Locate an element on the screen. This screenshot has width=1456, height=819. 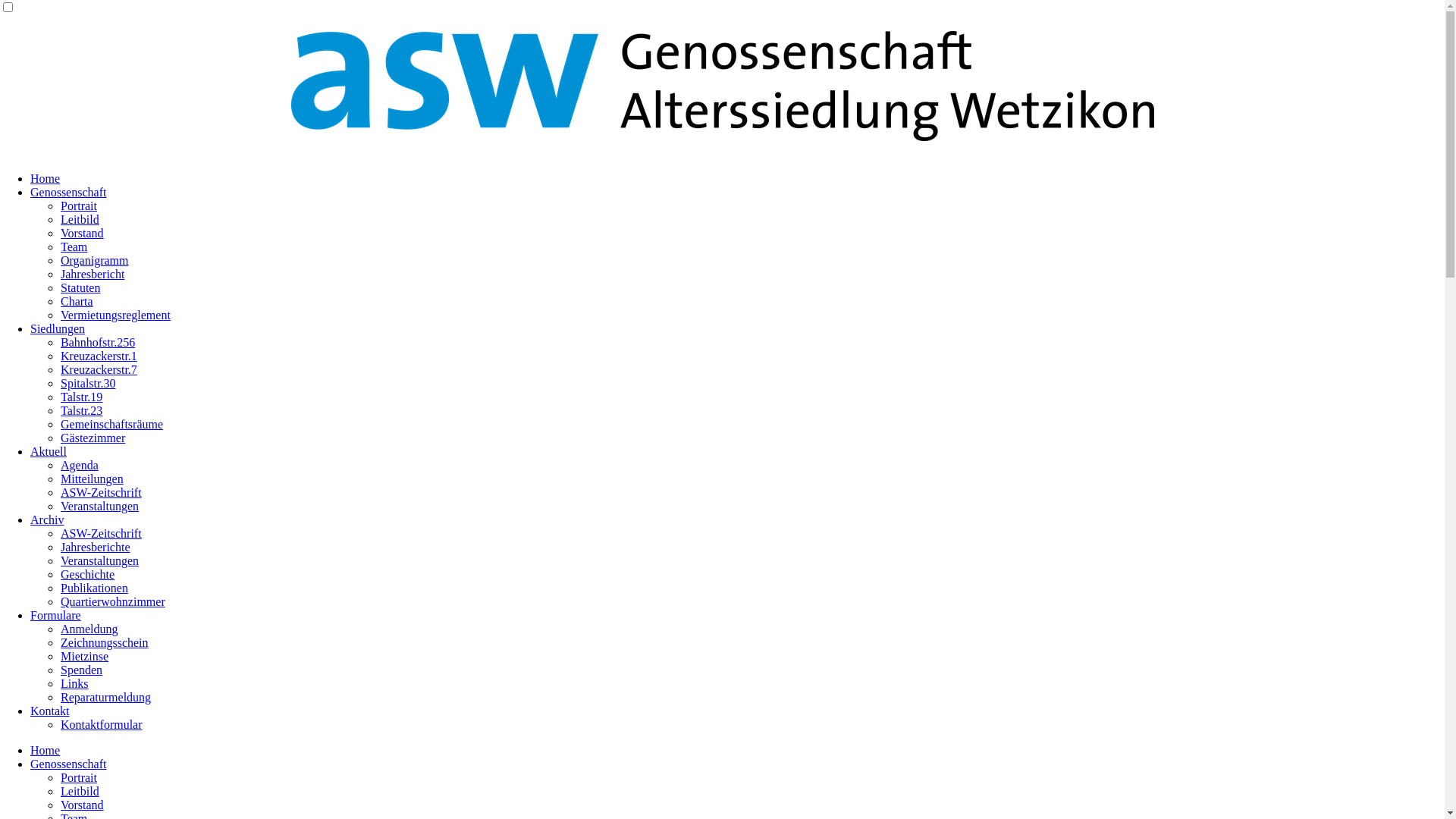
'Organigramm' is located at coordinates (61, 259).